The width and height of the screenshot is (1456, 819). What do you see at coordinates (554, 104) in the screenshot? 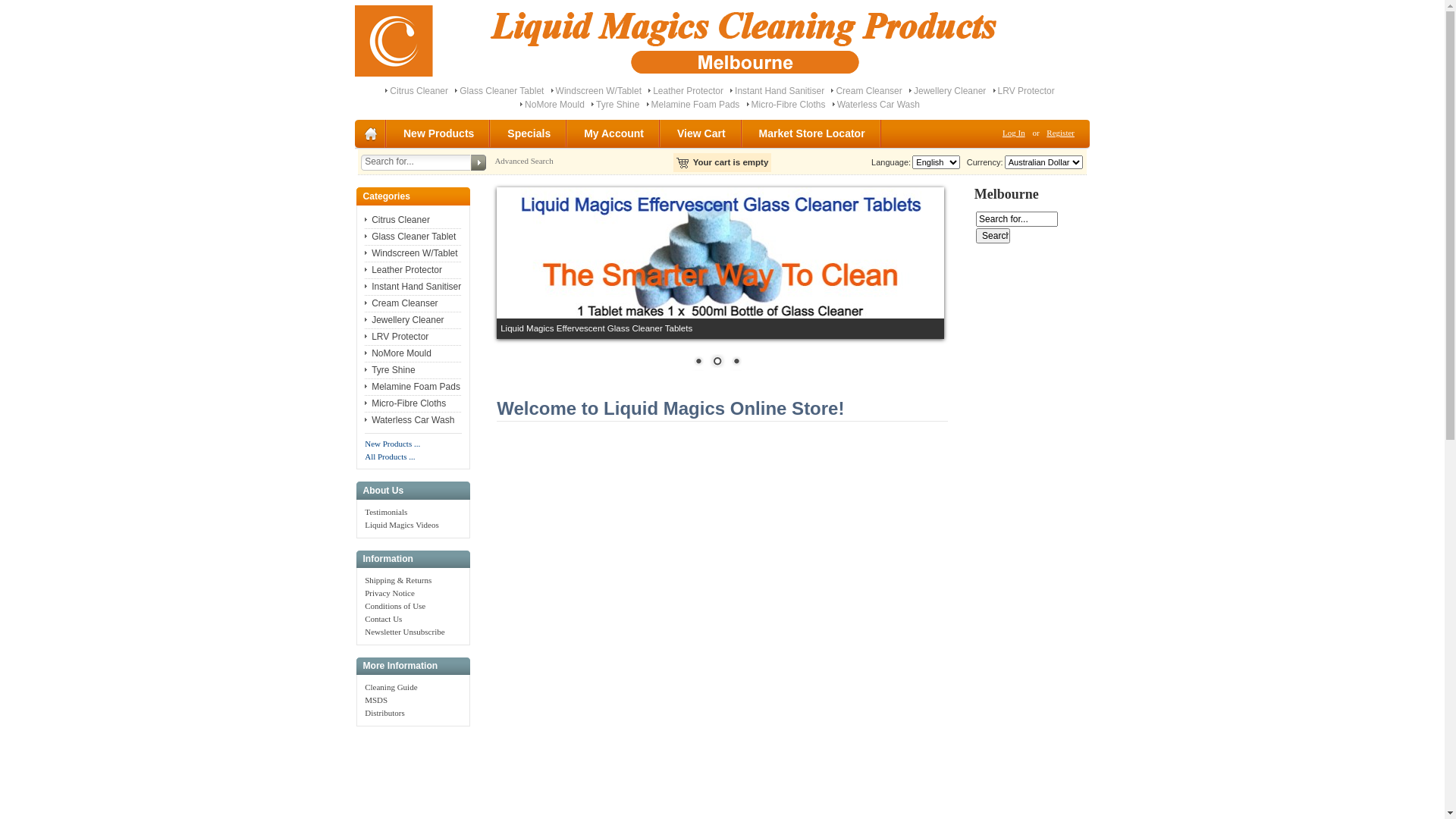
I see `'NoMore Mould'` at bounding box center [554, 104].